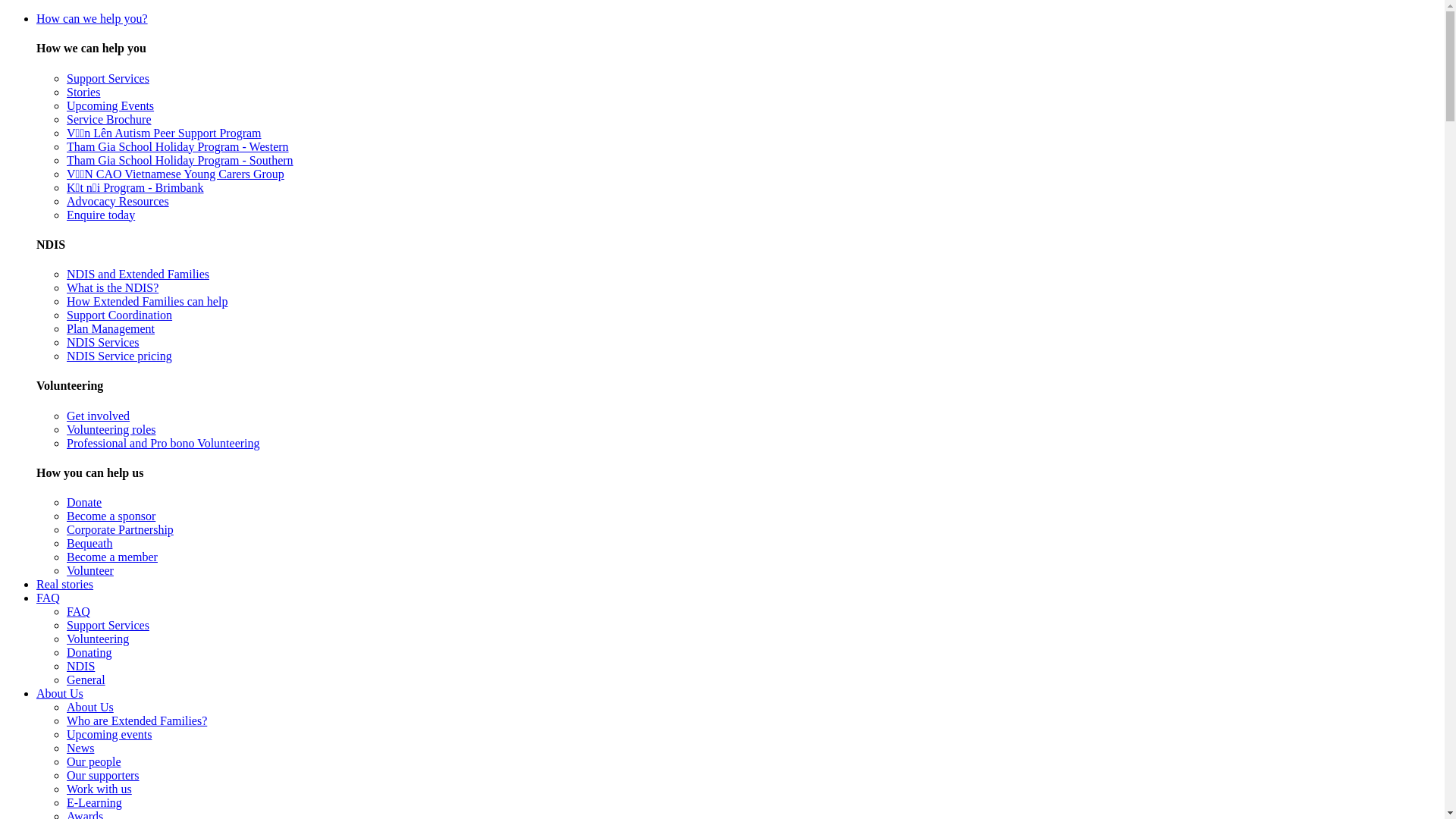 Image resolution: width=1456 pixels, height=819 pixels. Describe the element at coordinates (91, 18) in the screenshot. I see `'How can we help you?'` at that location.